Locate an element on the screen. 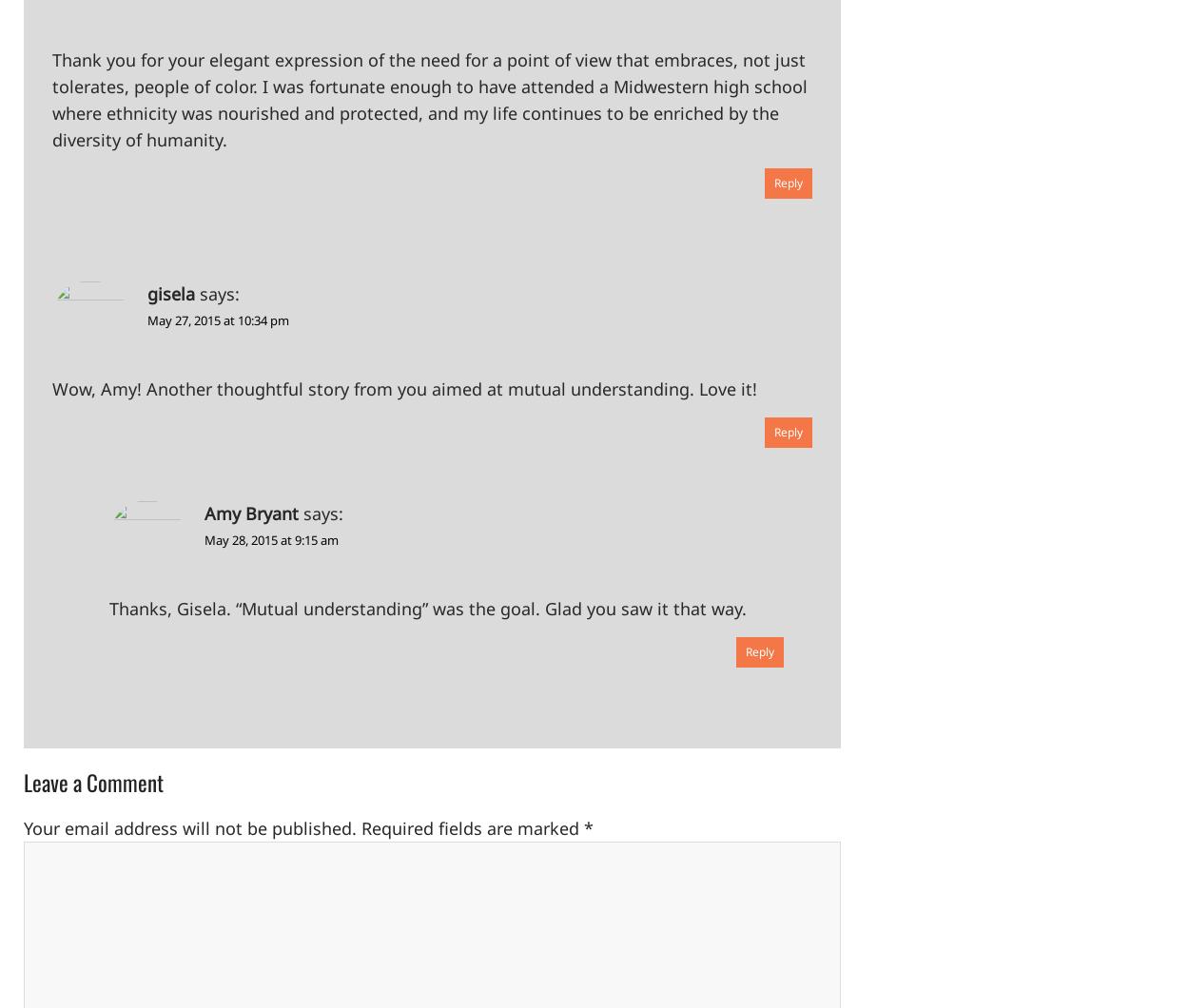 The height and width of the screenshot is (1008, 1189). 'Thanks, Gisela.  “Mutual understanding” was the goal.  Glad you saw it that way.' is located at coordinates (108, 609).